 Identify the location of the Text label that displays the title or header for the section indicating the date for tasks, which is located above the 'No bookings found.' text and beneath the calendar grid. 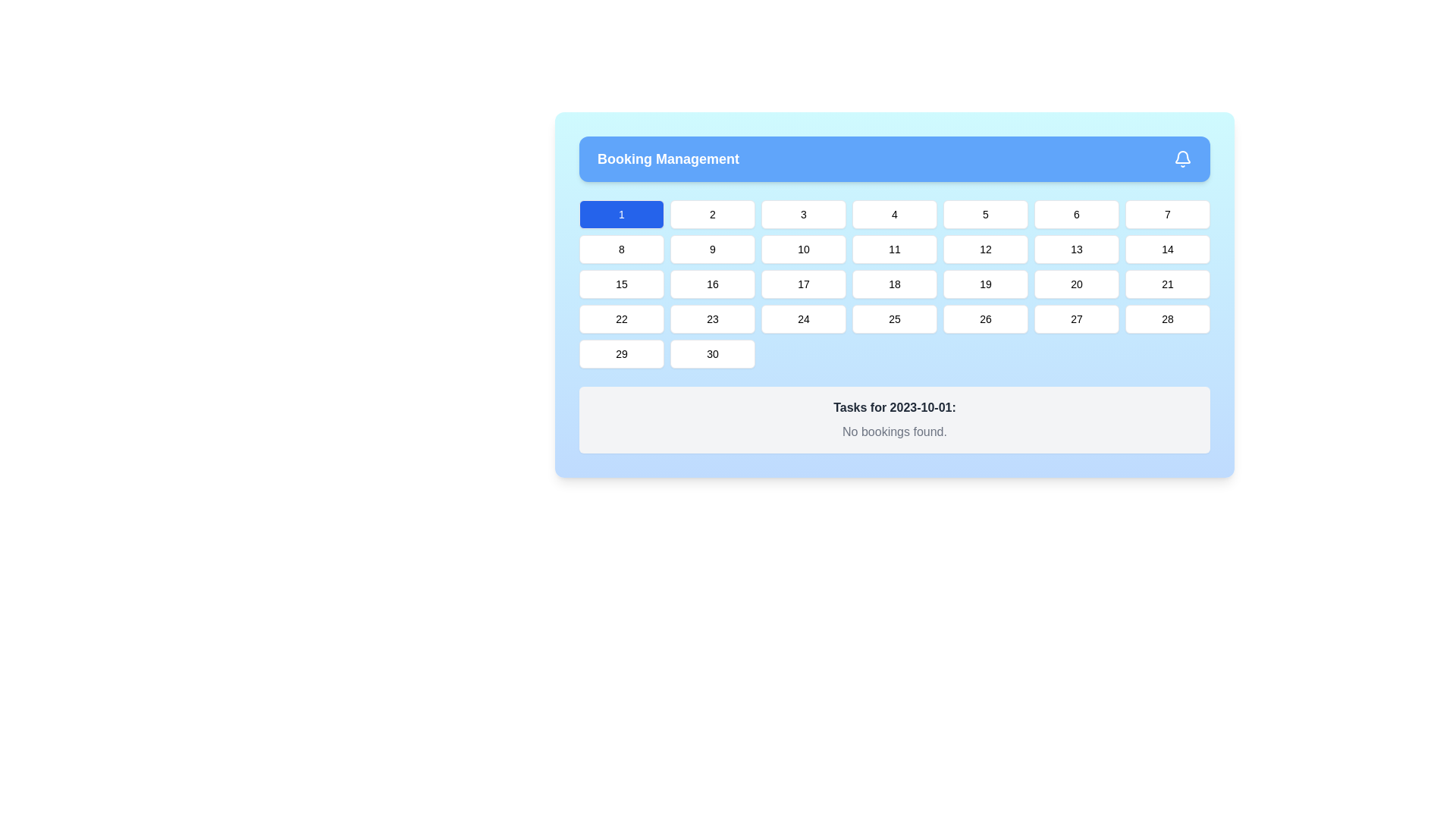
(895, 406).